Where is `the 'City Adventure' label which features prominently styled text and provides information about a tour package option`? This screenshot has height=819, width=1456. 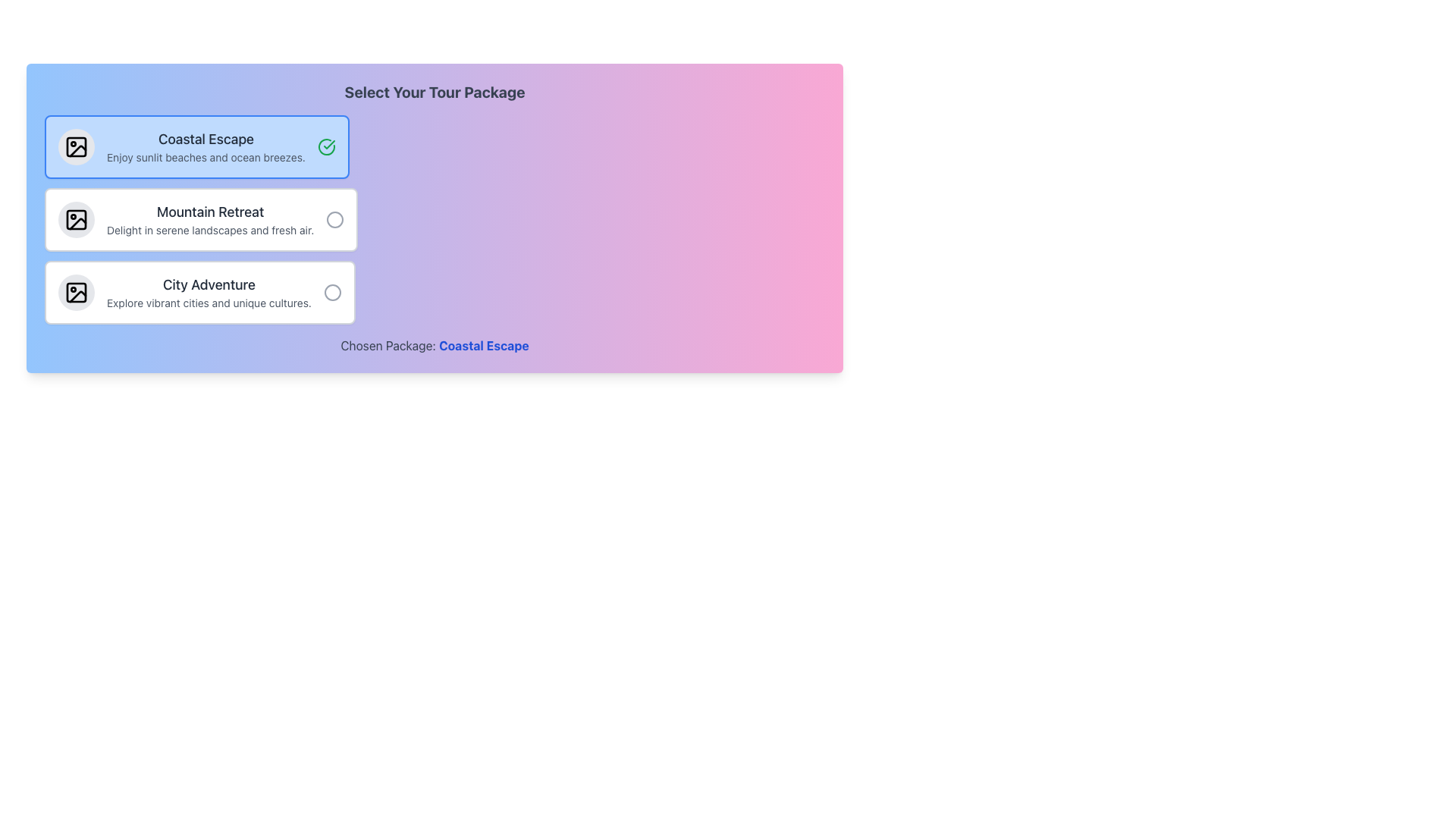
the 'City Adventure' label which features prominently styled text and provides information about a tour package option is located at coordinates (208, 292).